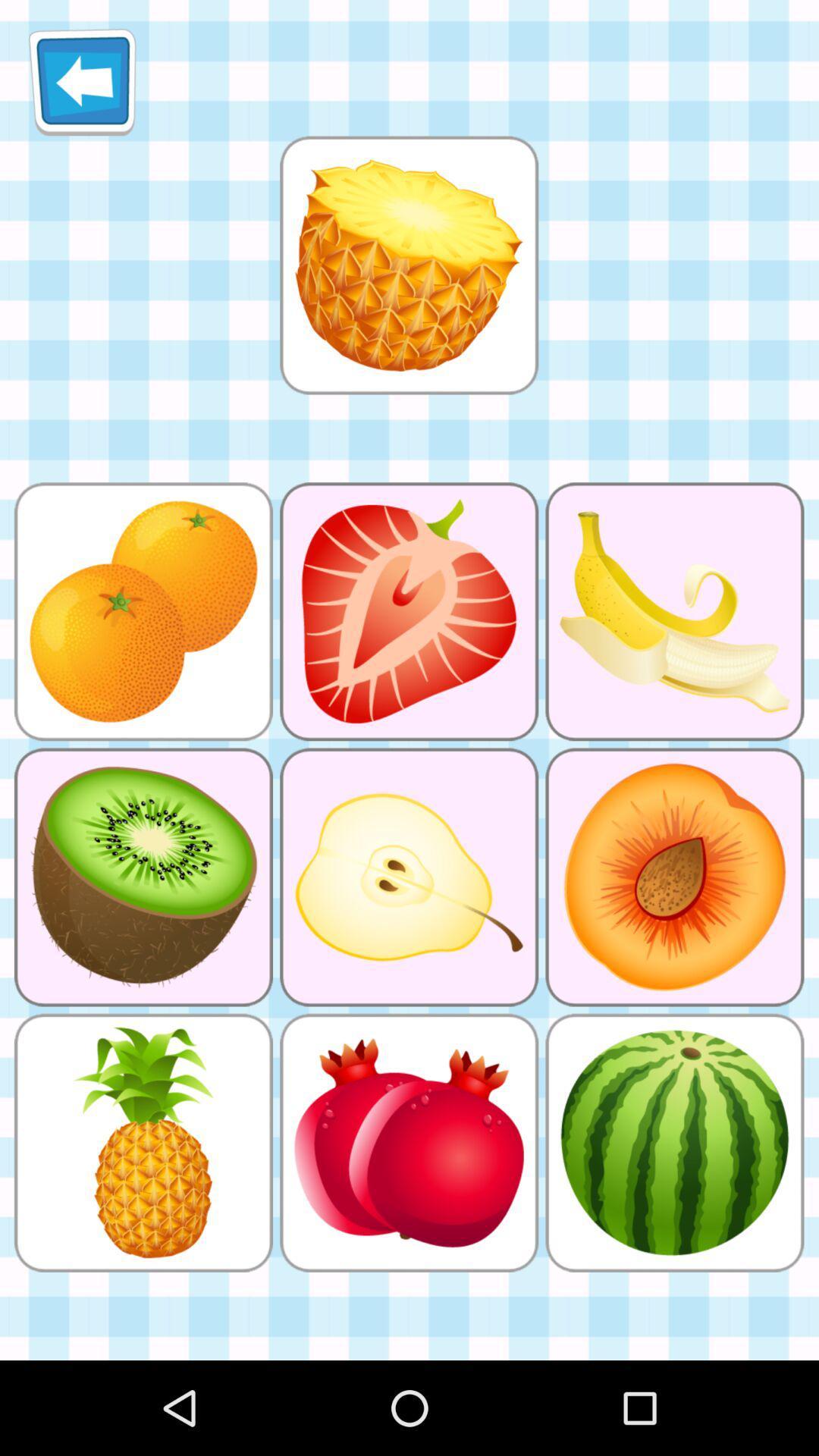 The width and height of the screenshot is (819, 1456). Describe the element at coordinates (82, 81) in the screenshot. I see `come back` at that location.